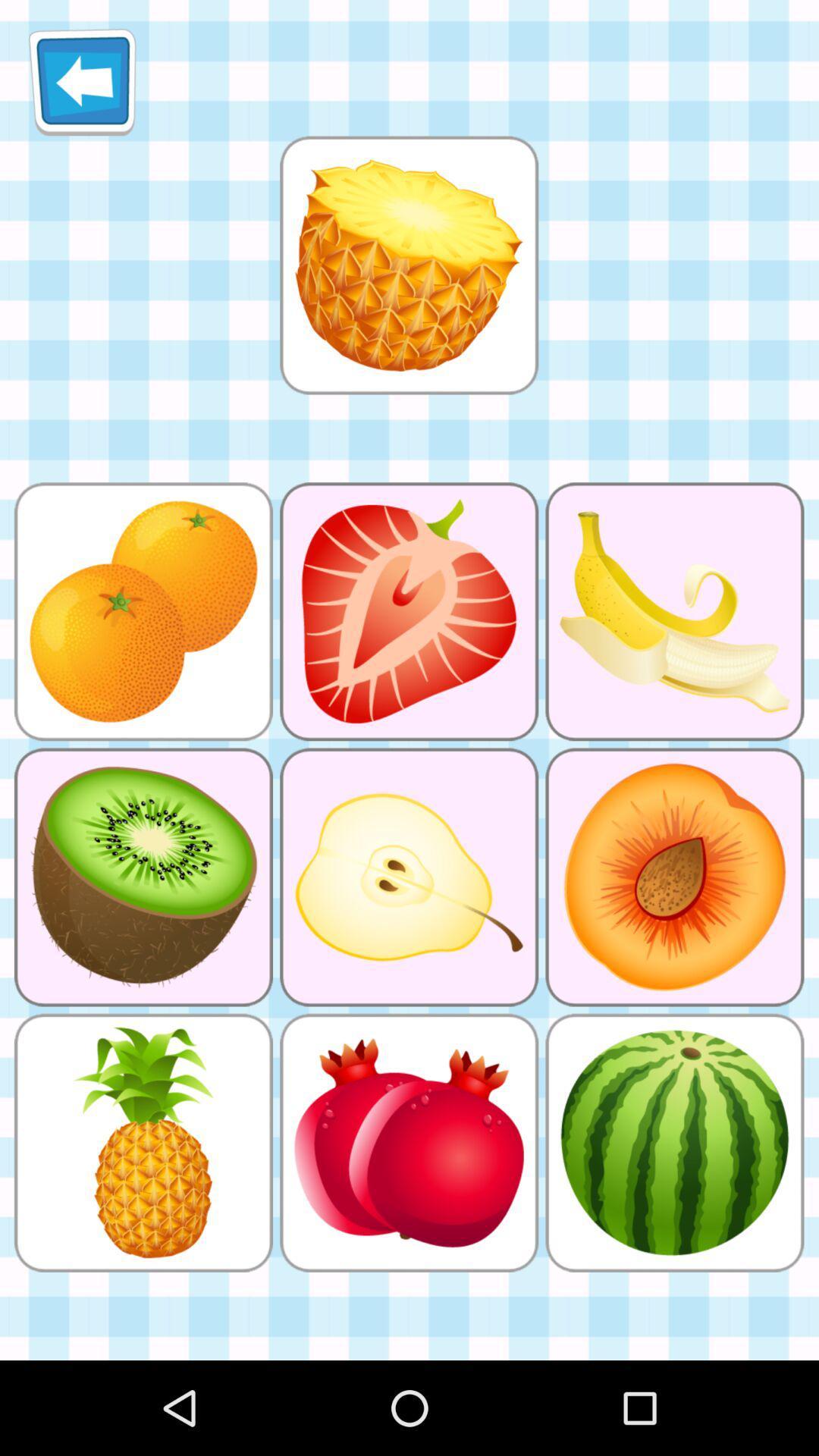 The width and height of the screenshot is (819, 1456). Describe the element at coordinates (82, 81) in the screenshot. I see `come back` at that location.